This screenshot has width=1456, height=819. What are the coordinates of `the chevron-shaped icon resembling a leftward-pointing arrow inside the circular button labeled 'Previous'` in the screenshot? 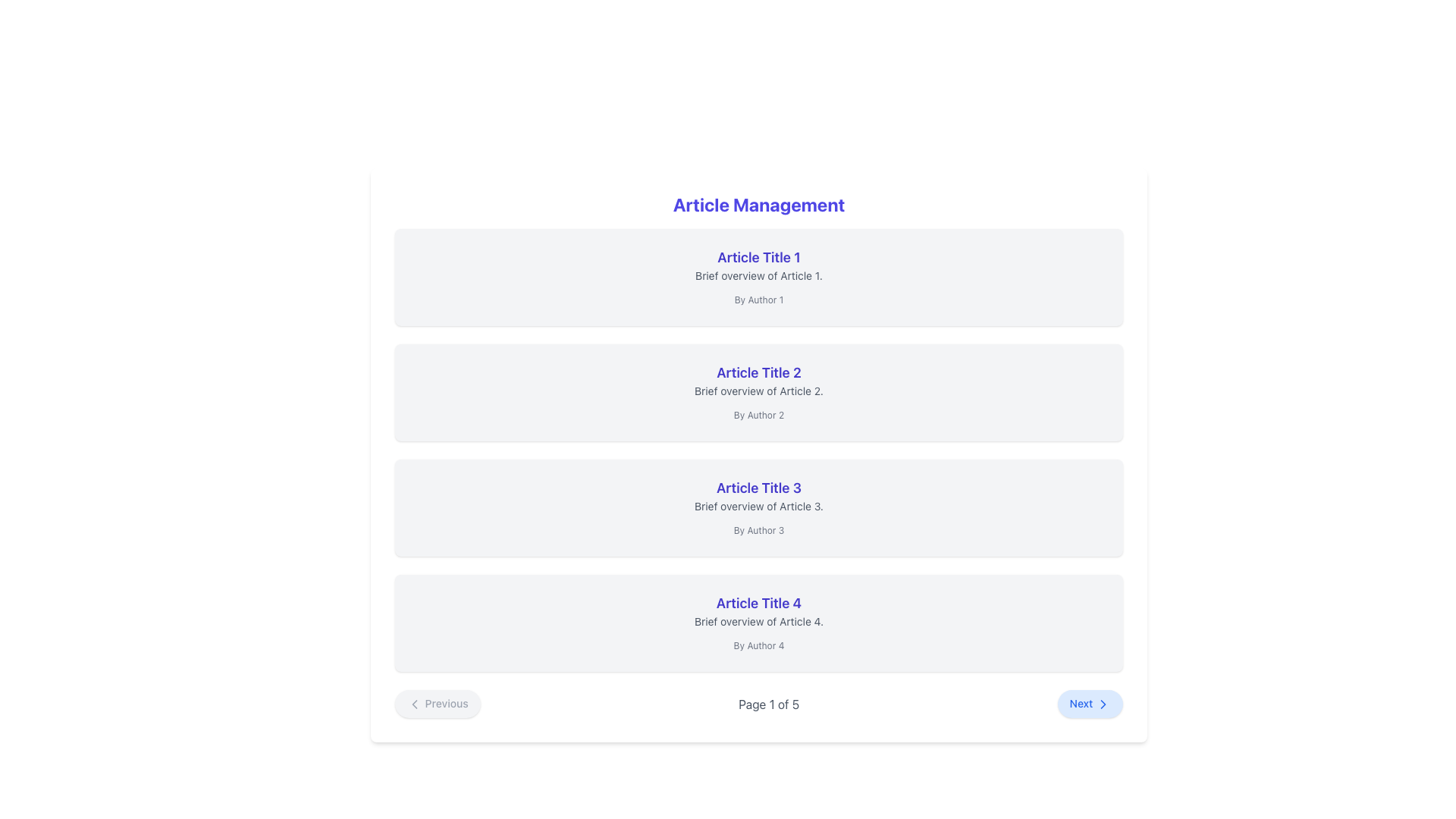 It's located at (415, 704).